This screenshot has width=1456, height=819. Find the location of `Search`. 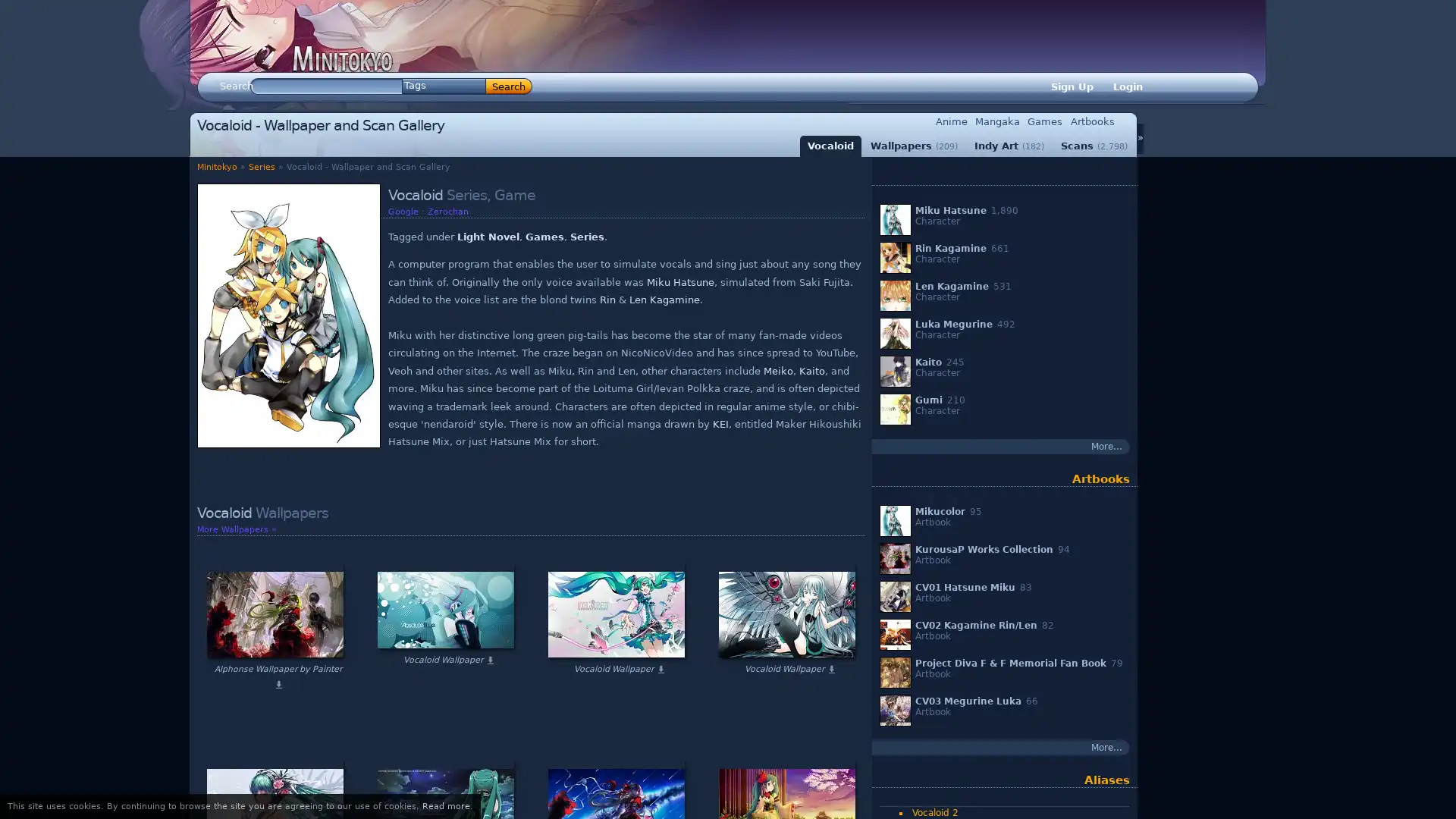

Search is located at coordinates (509, 86).